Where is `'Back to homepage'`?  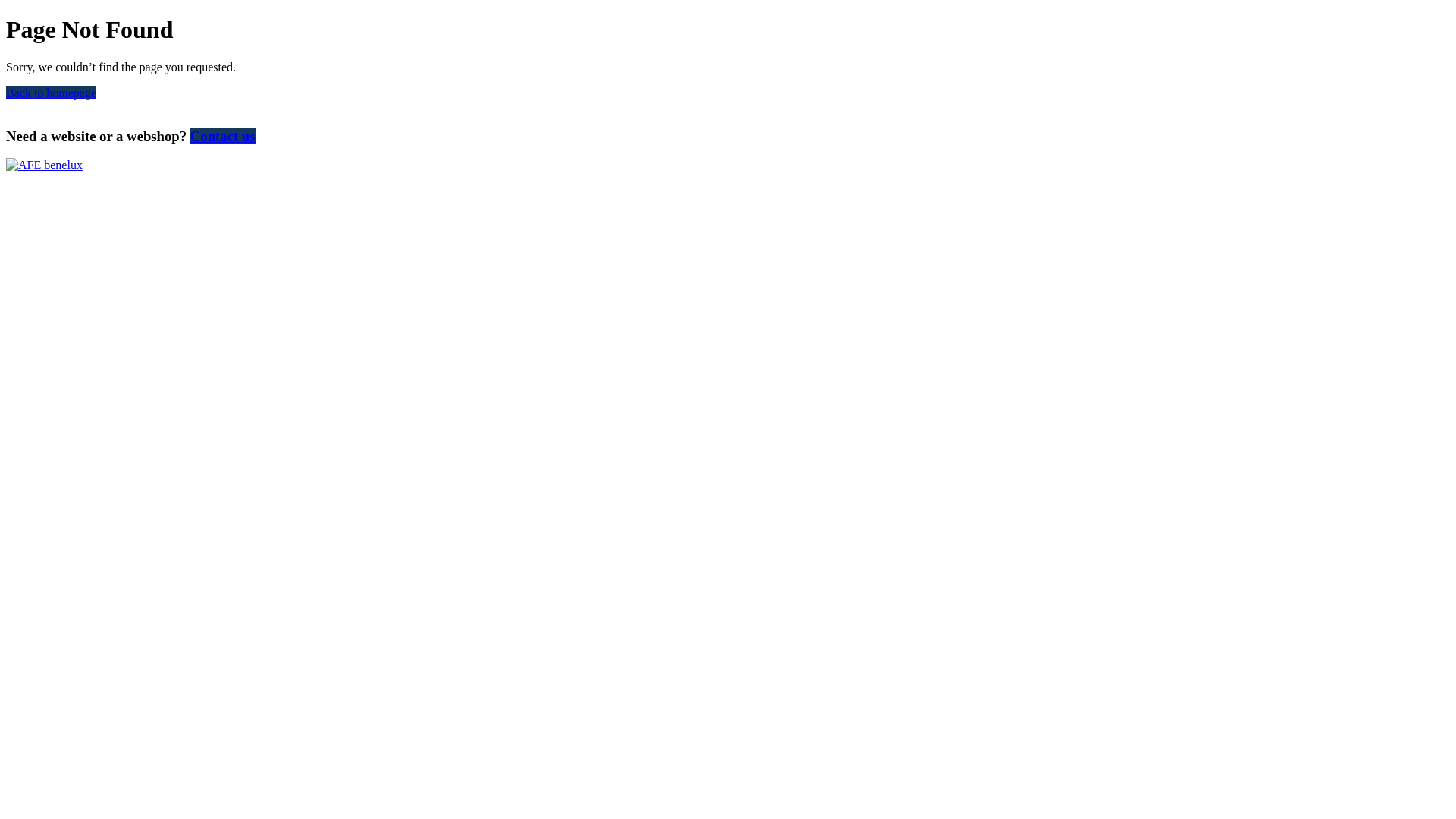
'Back to homepage' is located at coordinates (51, 93).